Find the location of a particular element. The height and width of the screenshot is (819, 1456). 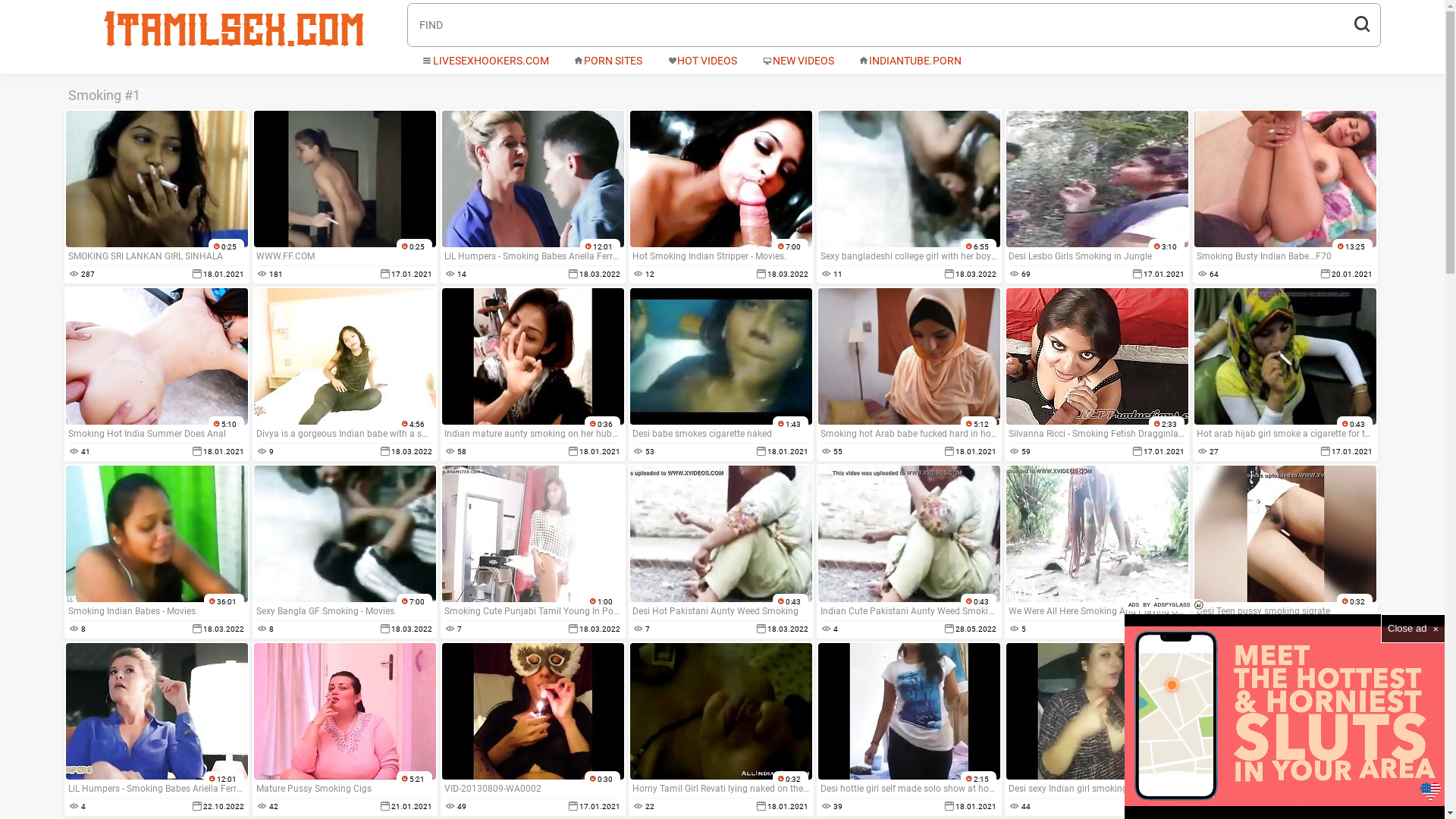

'0:30 is located at coordinates (440, 727).